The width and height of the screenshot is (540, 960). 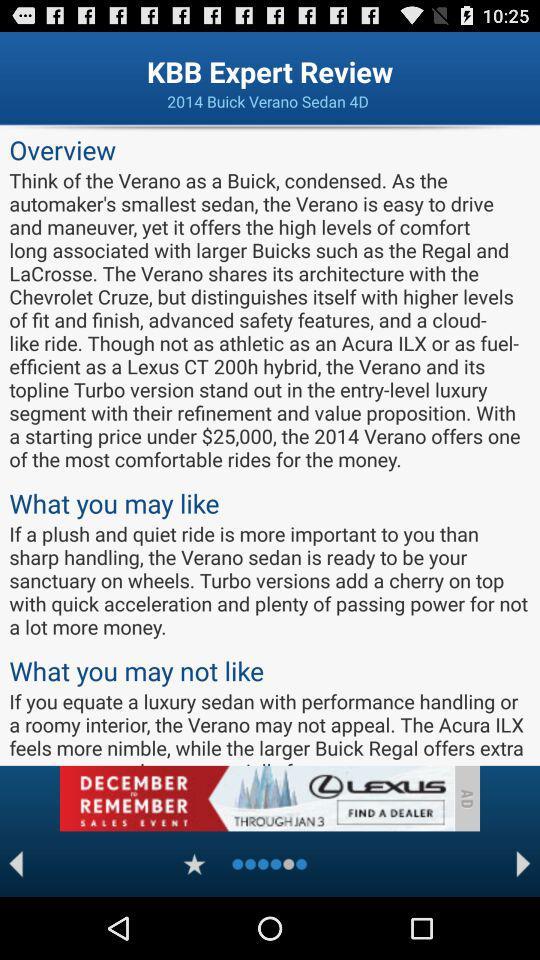 I want to click on previous, so click(x=15, y=863).